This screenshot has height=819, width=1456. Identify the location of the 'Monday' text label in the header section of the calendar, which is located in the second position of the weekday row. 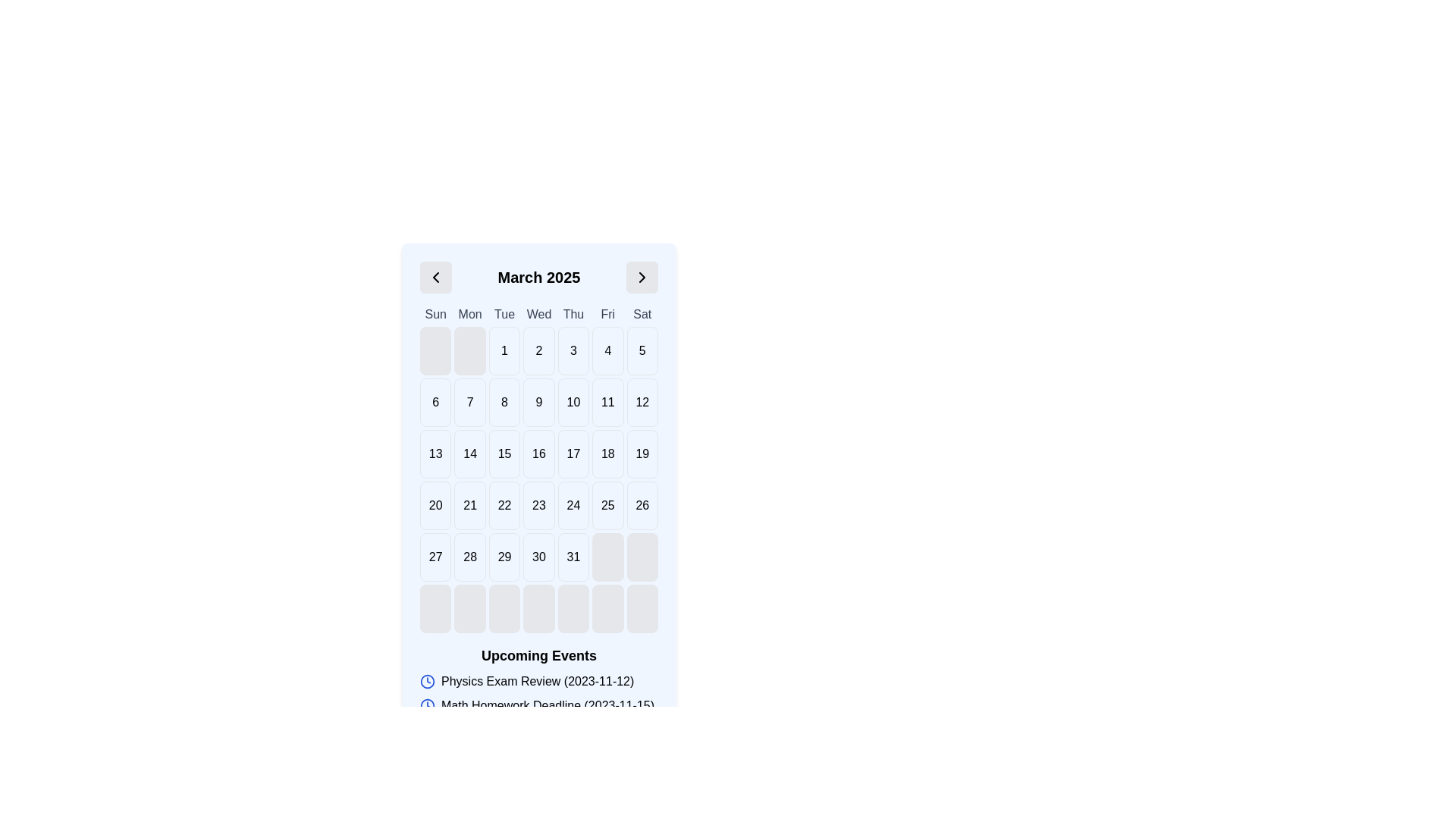
(469, 314).